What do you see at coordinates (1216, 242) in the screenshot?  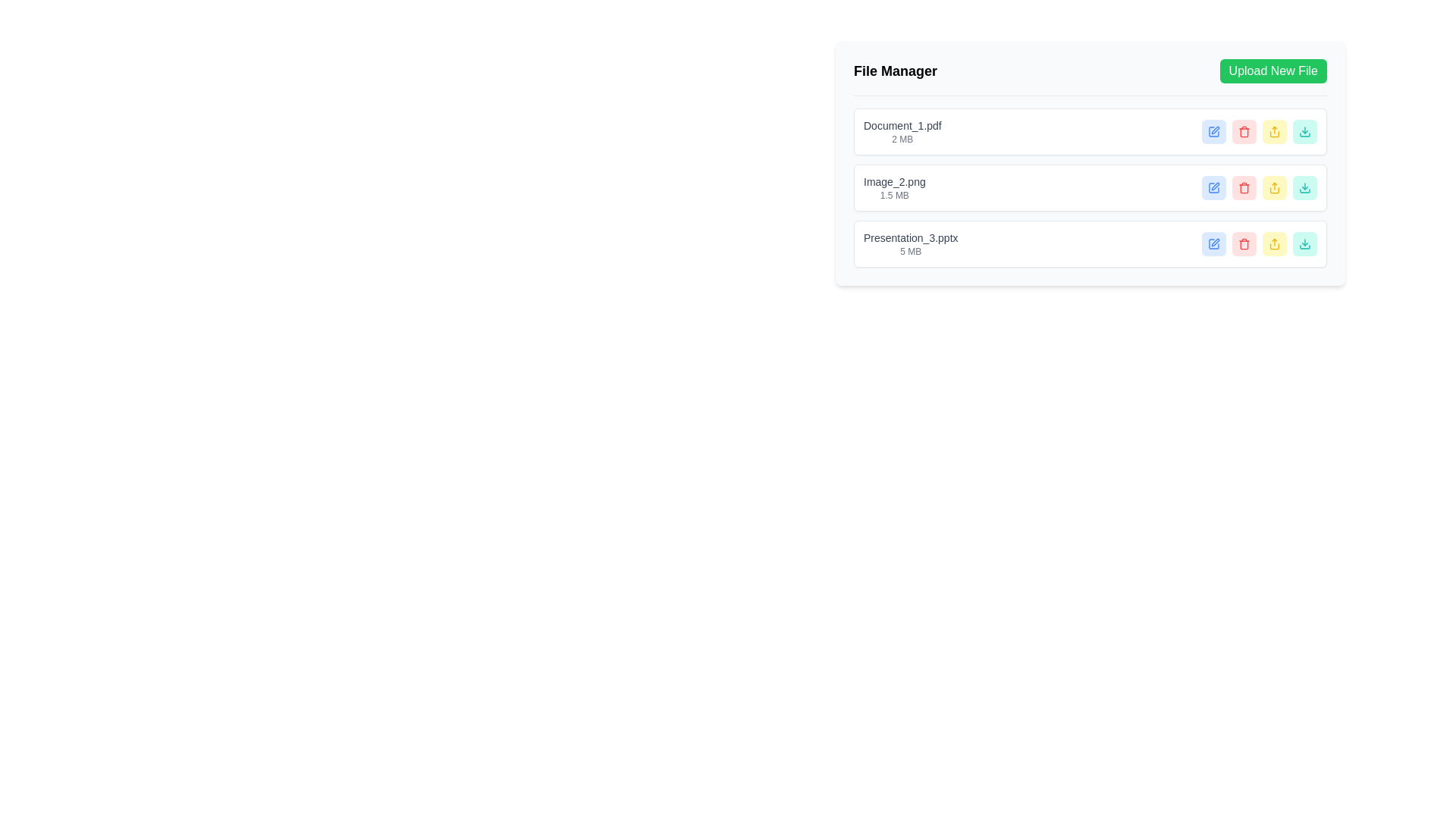 I see `the editing tool icon, which is a small vector graphic resembling a pen diagonally over a square, located in the 'File Manager' interface next to the 'Presentation_3.pptx' file entry` at bounding box center [1216, 242].